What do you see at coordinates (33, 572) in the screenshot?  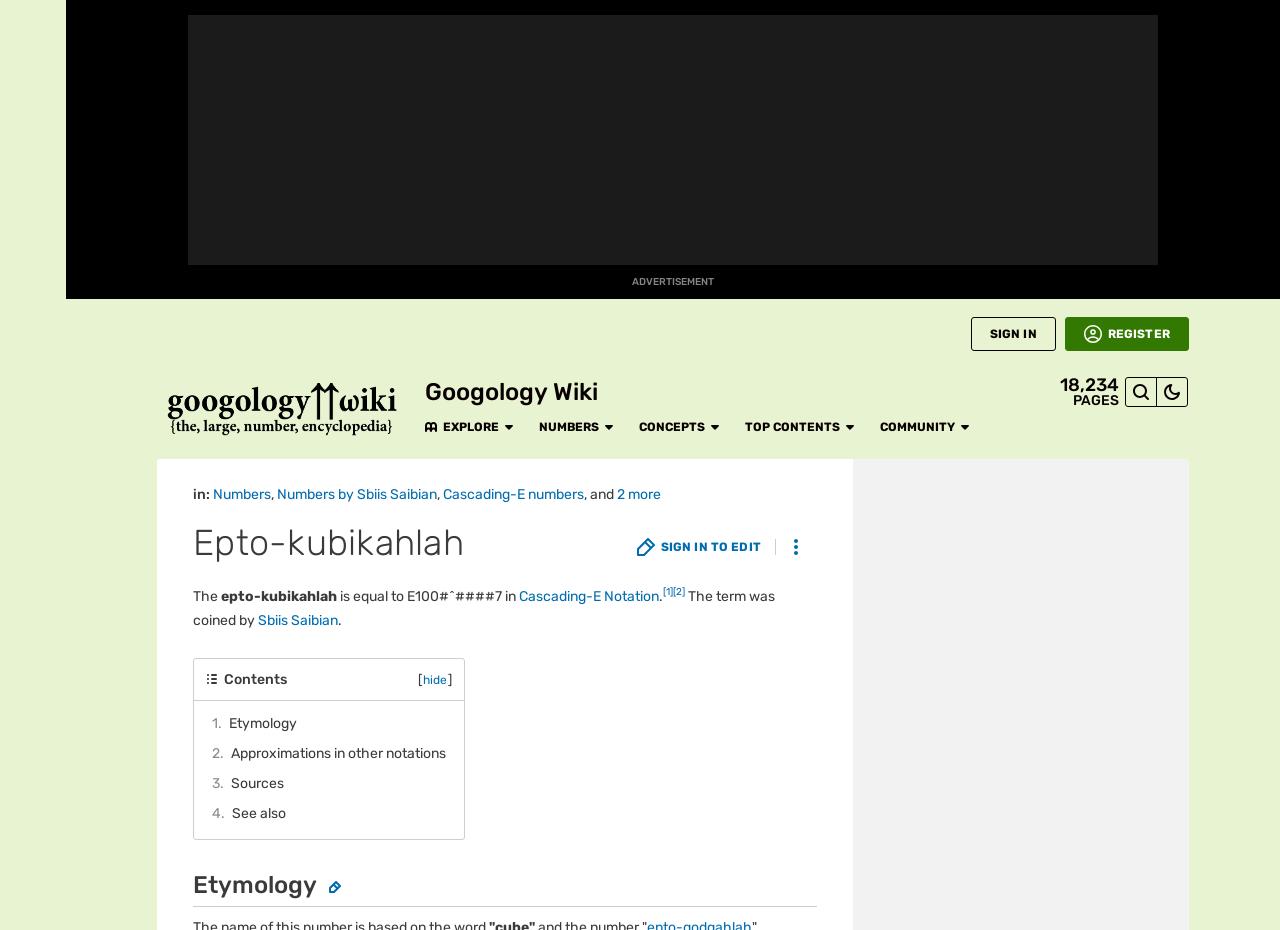 I see `'Video'` at bounding box center [33, 572].